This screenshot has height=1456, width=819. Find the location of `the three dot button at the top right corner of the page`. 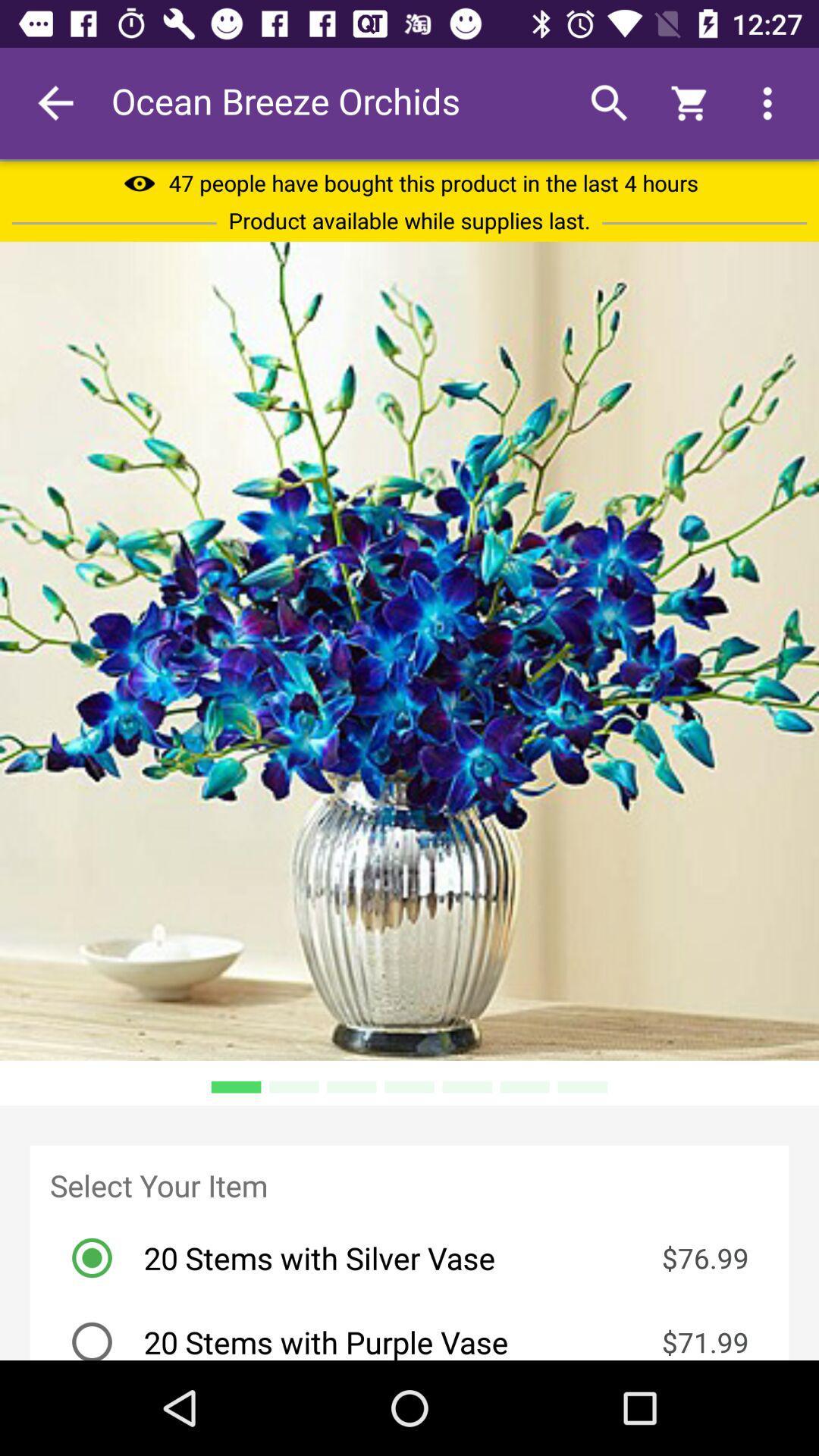

the three dot button at the top right corner of the page is located at coordinates (767, 103).